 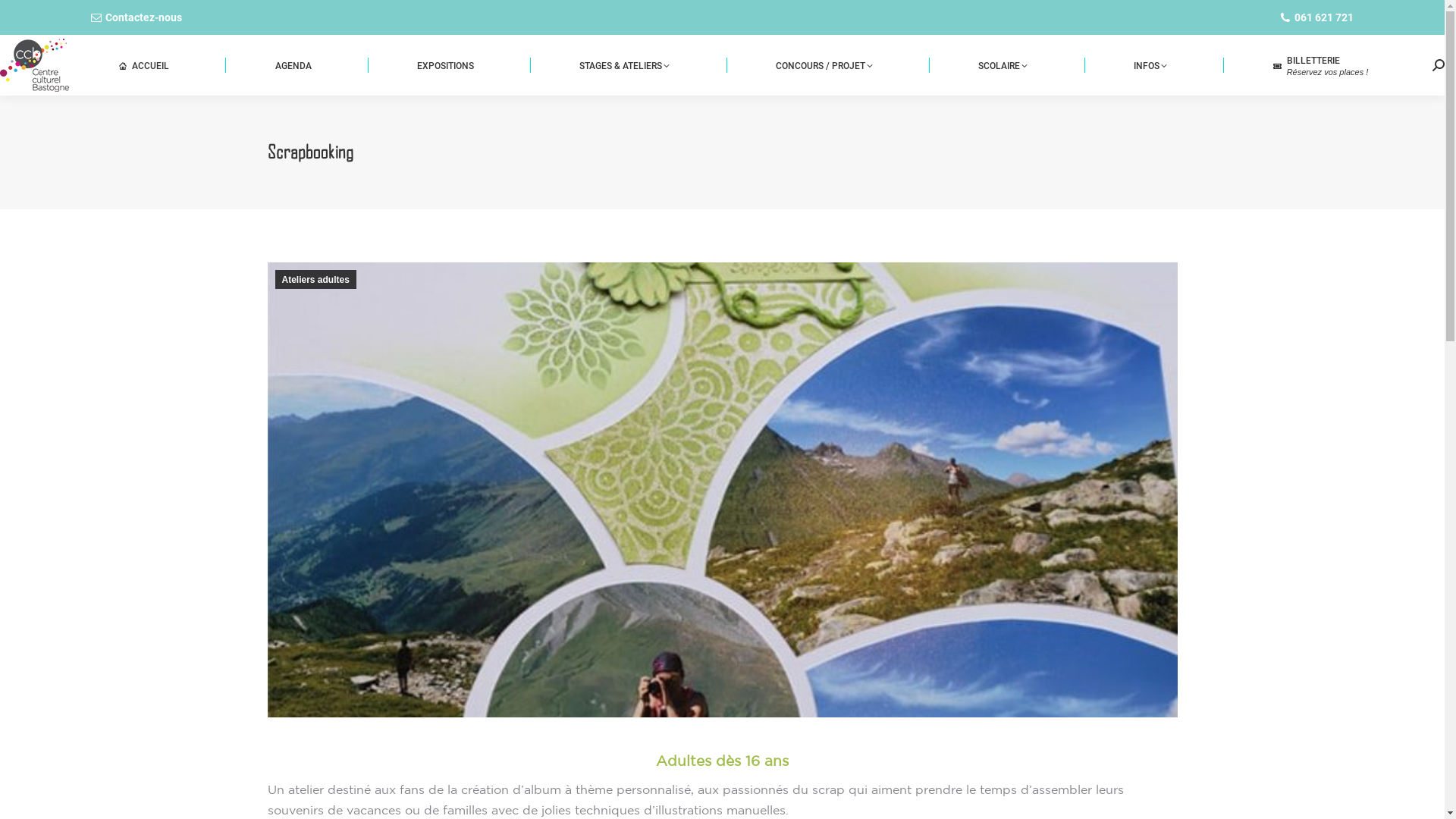 I want to click on 'Ateliers adultes', so click(x=314, y=279).